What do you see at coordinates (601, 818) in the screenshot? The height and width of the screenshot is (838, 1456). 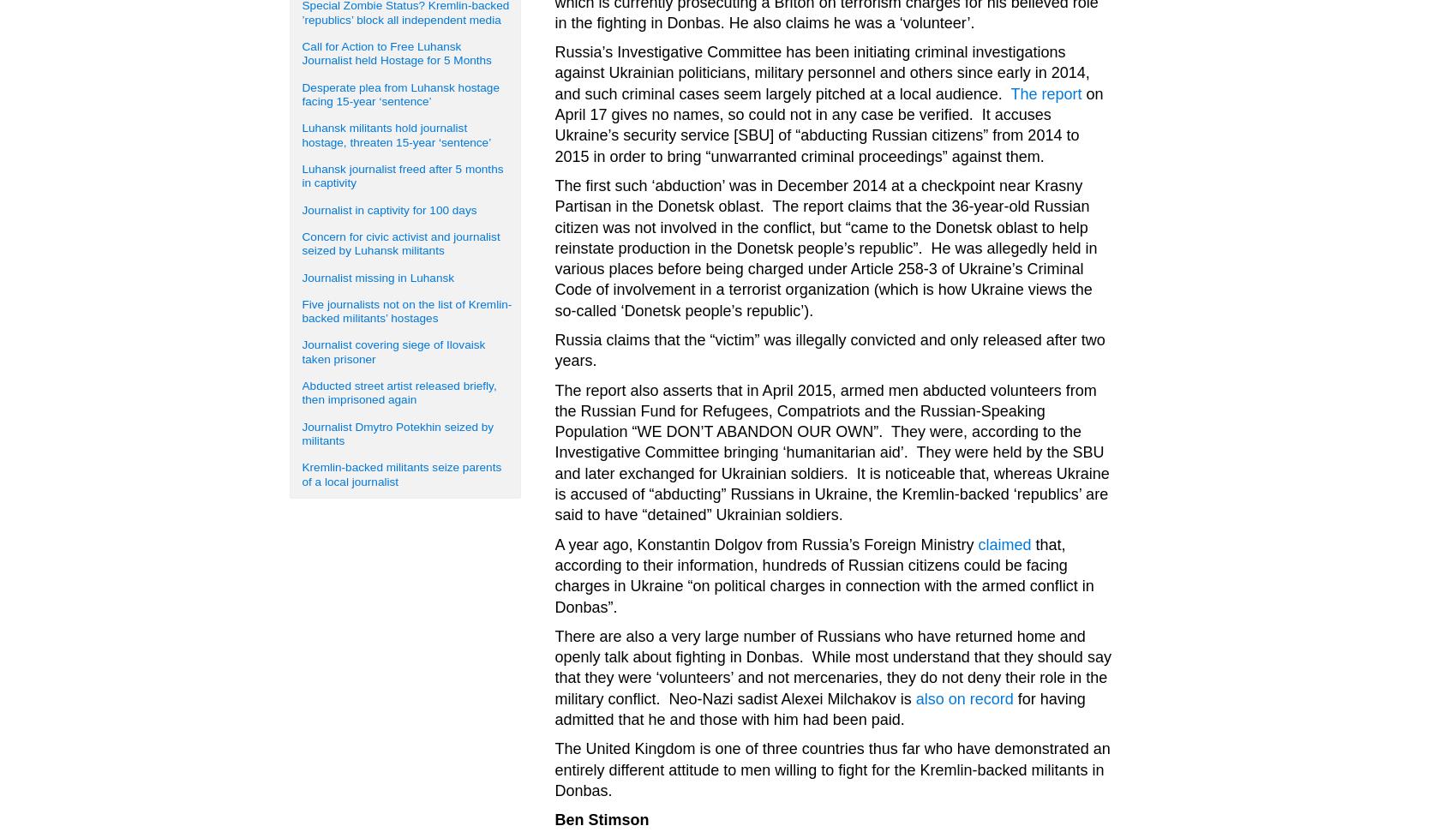 I see `'Ben Stimson'` at bounding box center [601, 818].